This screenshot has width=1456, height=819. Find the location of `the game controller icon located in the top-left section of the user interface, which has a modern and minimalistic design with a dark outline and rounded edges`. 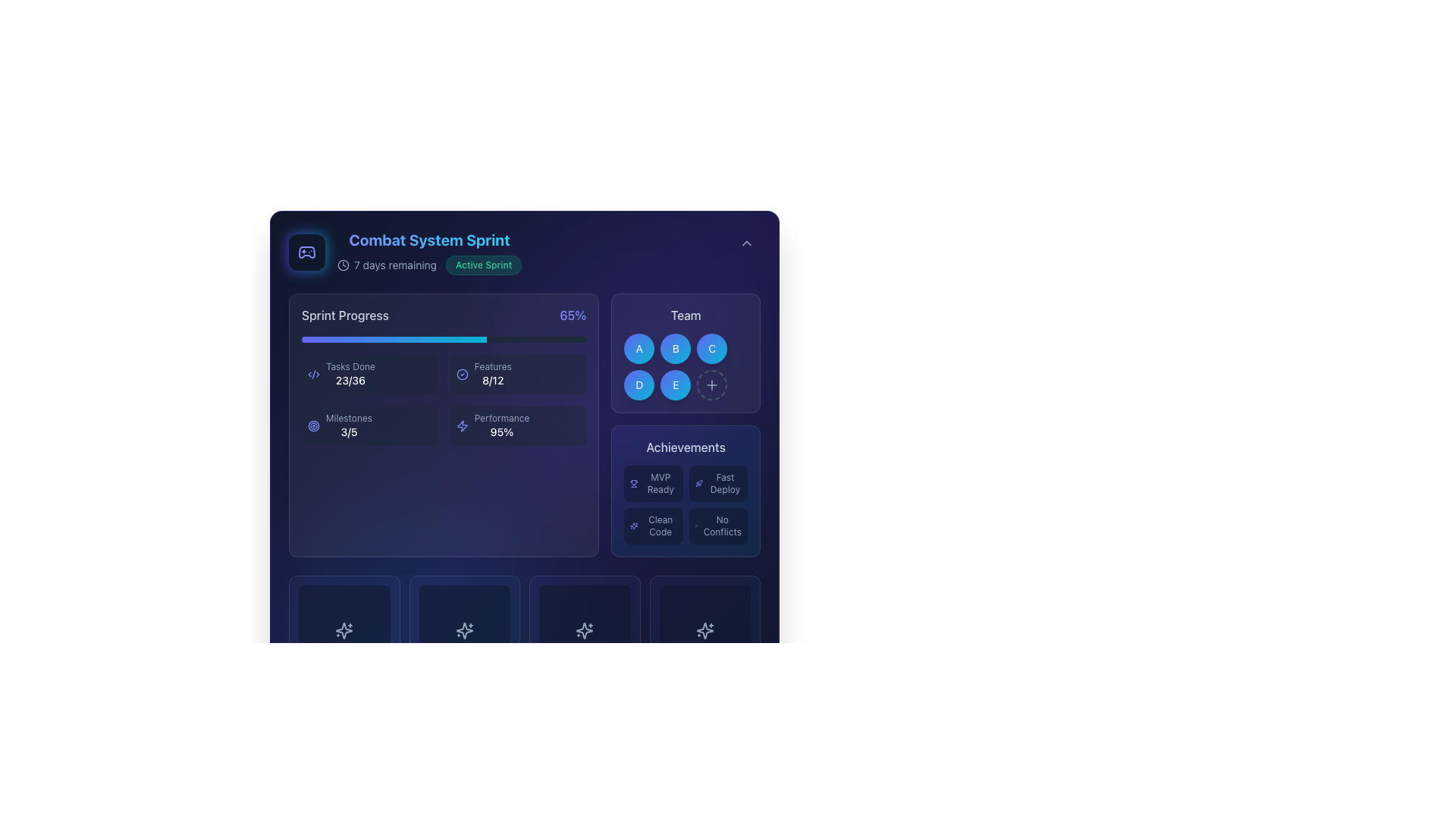

the game controller icon located in the top-left section of the user interface, which has a modern and minimalistic design with a dark outline and rounded edges is located at coordinates (306, 251).